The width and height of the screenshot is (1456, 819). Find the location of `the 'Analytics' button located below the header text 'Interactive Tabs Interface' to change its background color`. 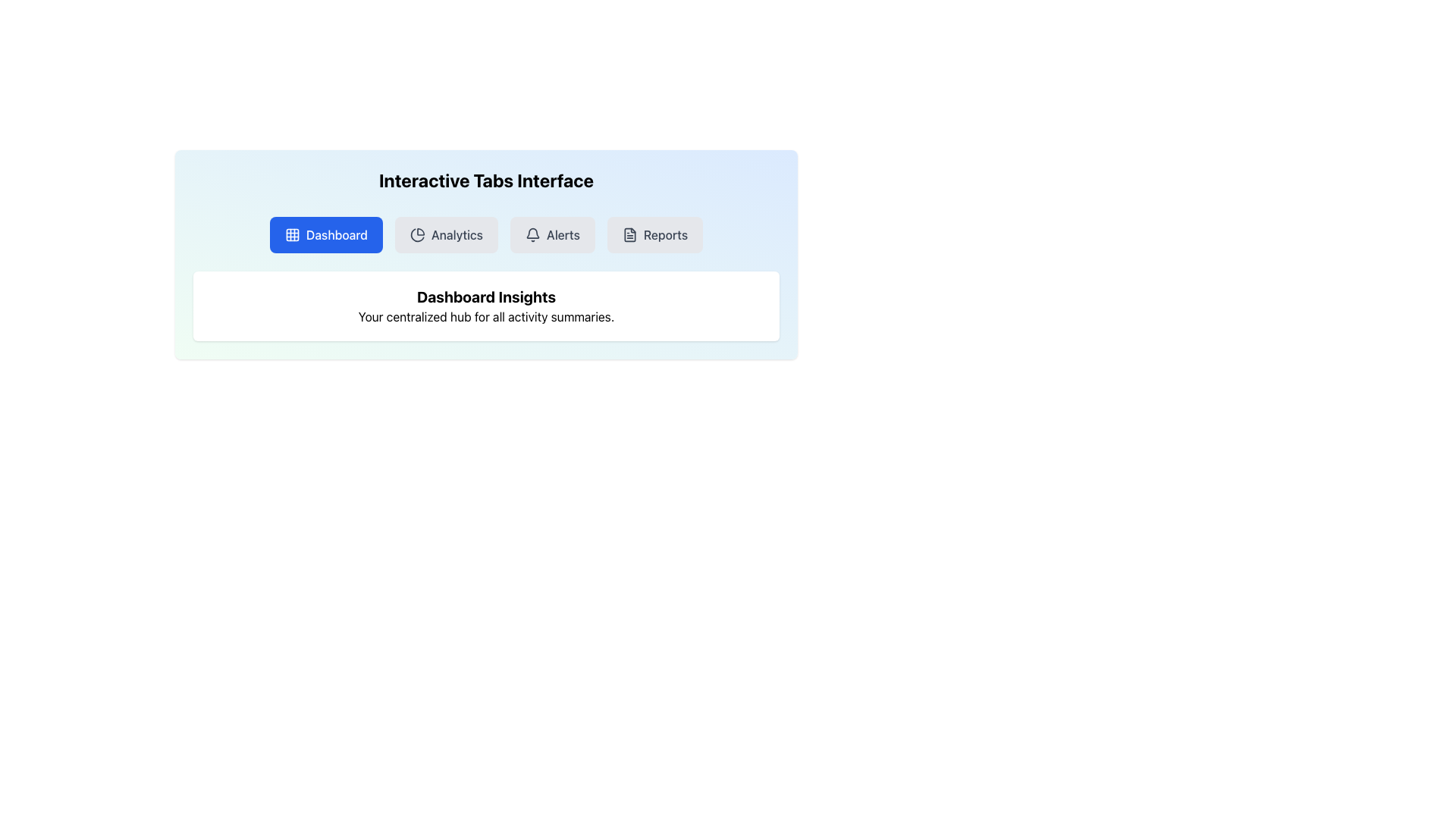

the 'Analytics' button located below the header text 'Interactive Tabs Interface' to change its background color is located at coordinates (446, 234).